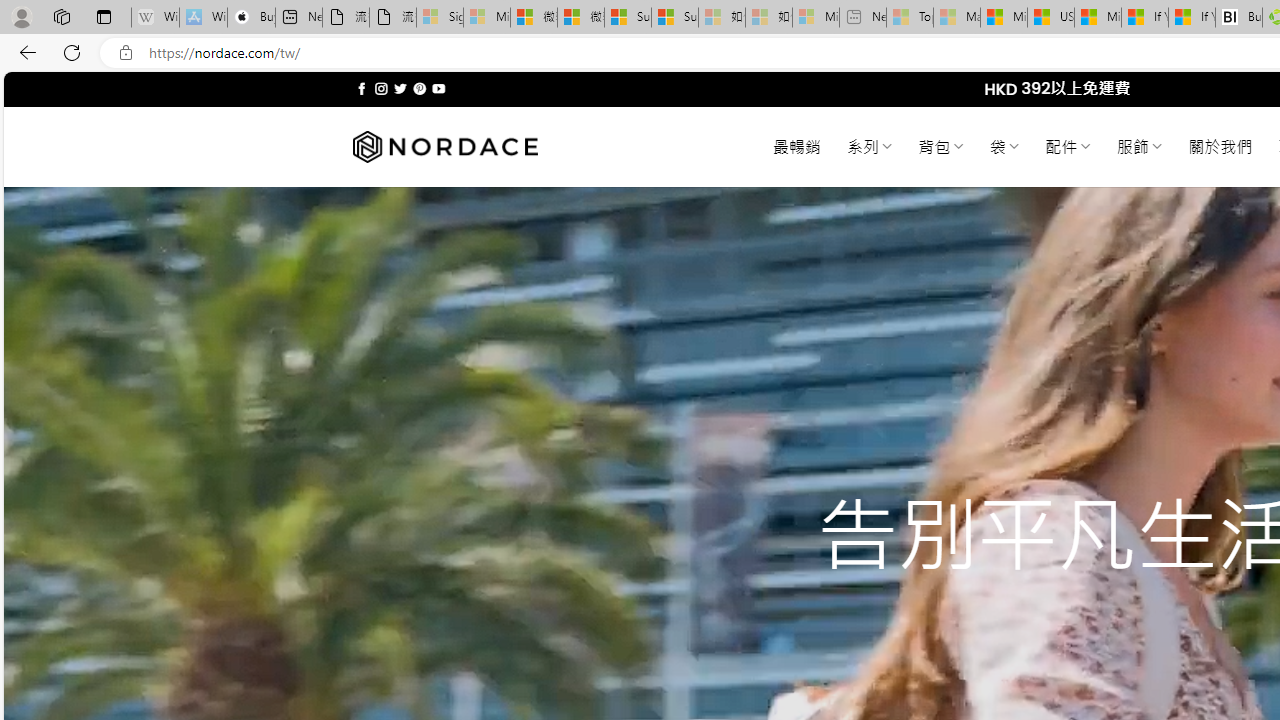  Describe the element at coordinates (438, 88) in the screenshot. I see `'Follow on YouTube'` at that location.